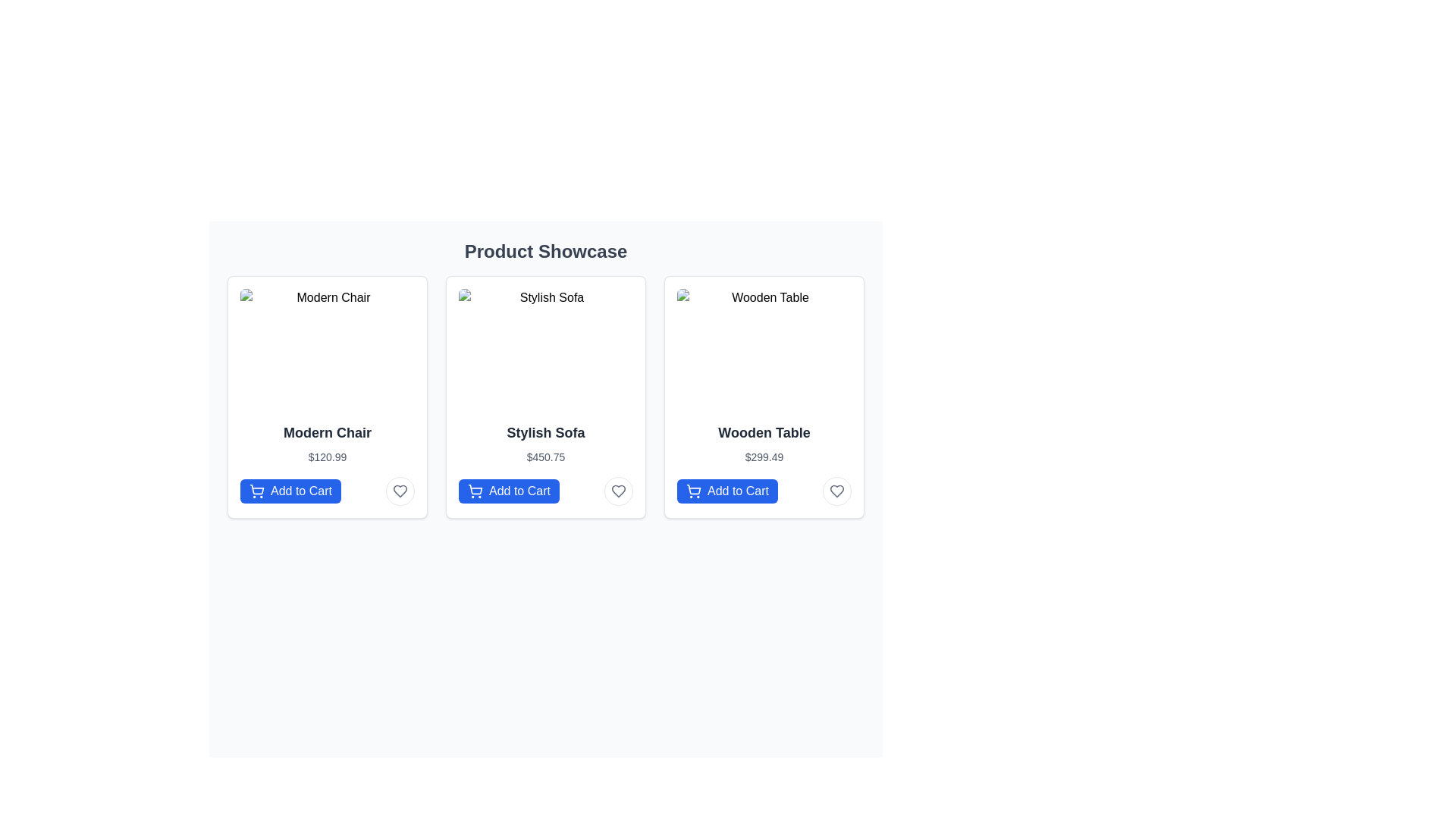  I want to click on the 'Add to Cart' button for the product 'Stylish Sofa', so click(546, 491).